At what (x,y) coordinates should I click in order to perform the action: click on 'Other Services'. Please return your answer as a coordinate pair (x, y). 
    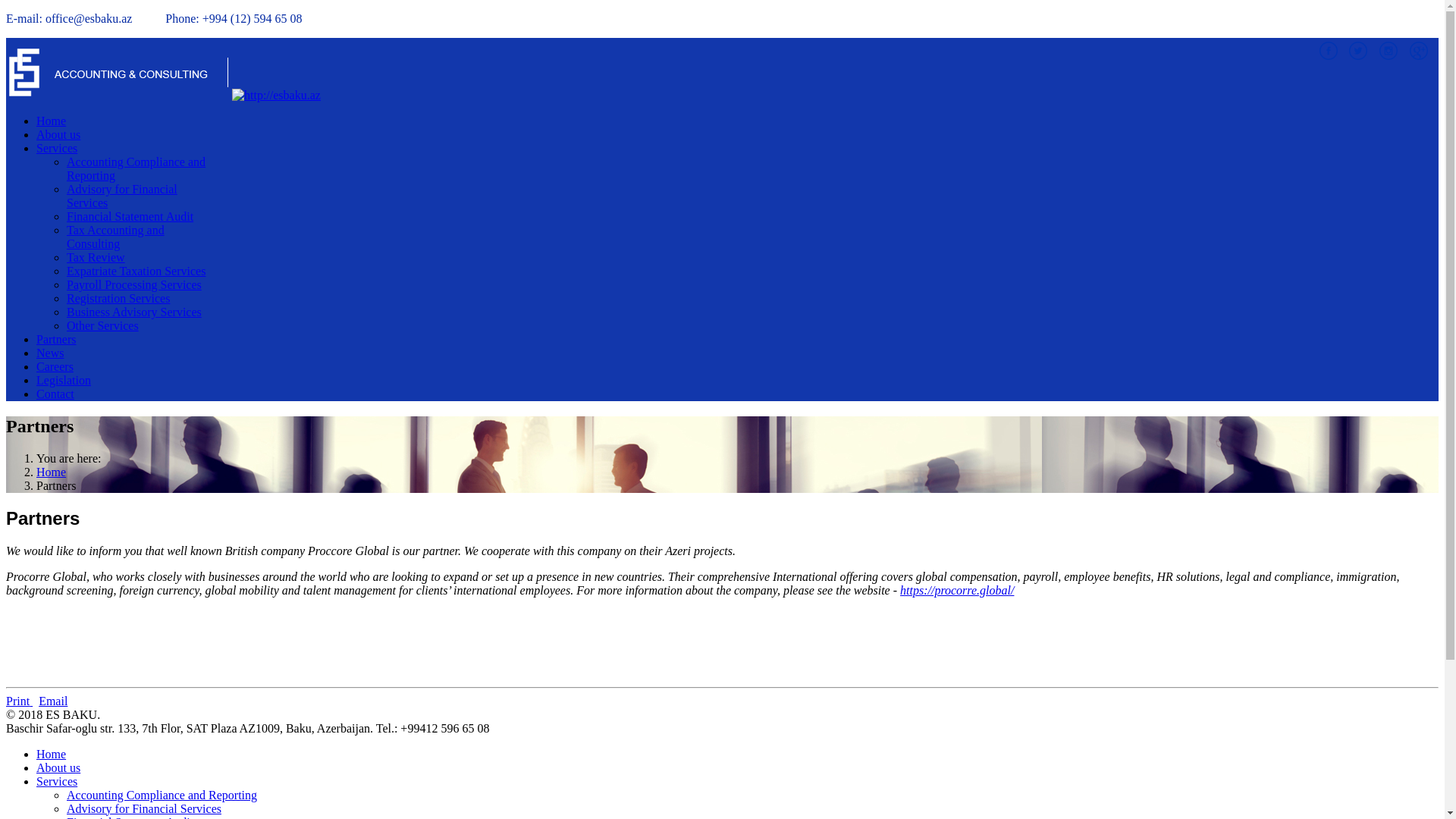
    Looking at the image, I should click on (65, 325).